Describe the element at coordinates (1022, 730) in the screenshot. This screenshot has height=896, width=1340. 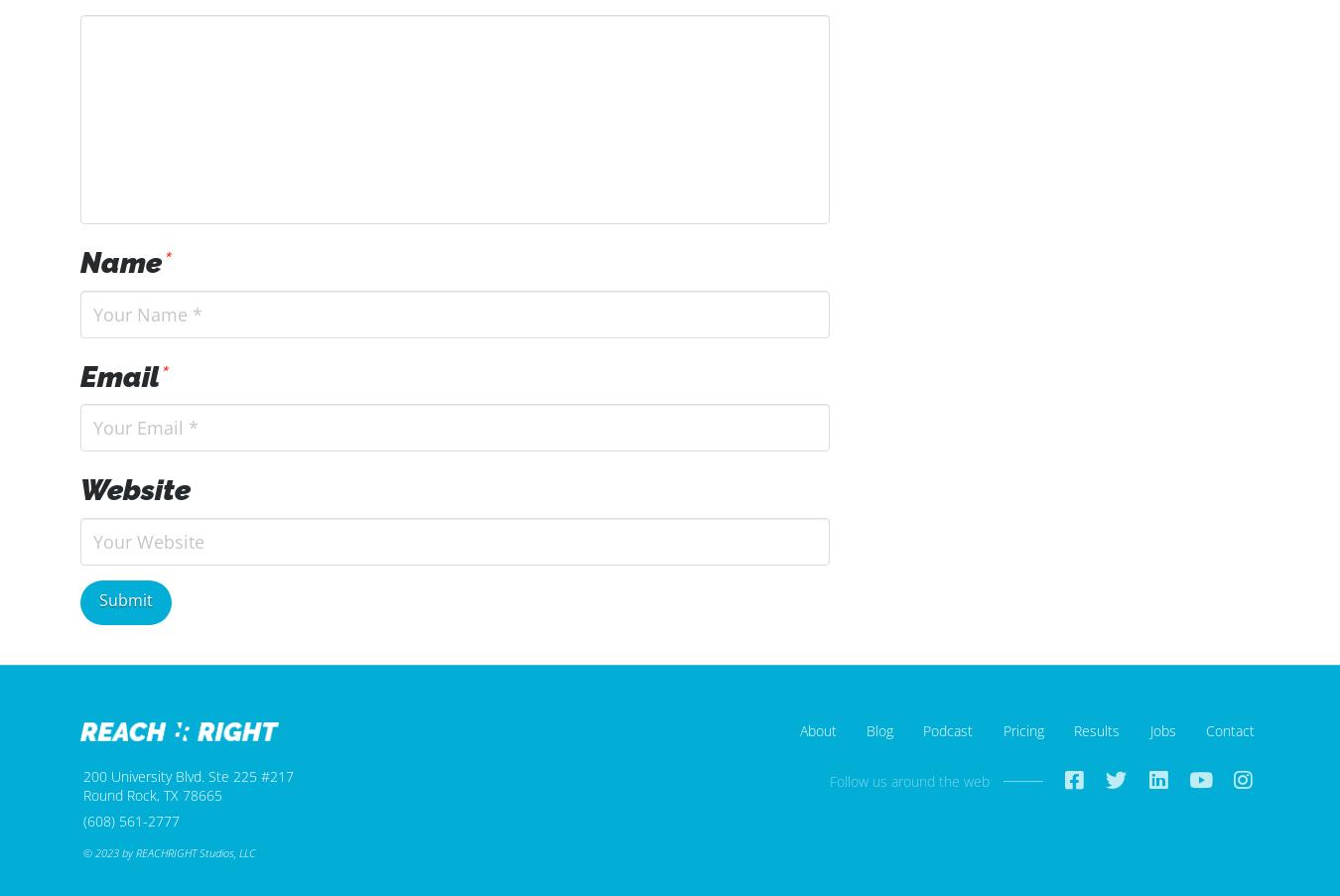
I see `'Pricing'` at that location.